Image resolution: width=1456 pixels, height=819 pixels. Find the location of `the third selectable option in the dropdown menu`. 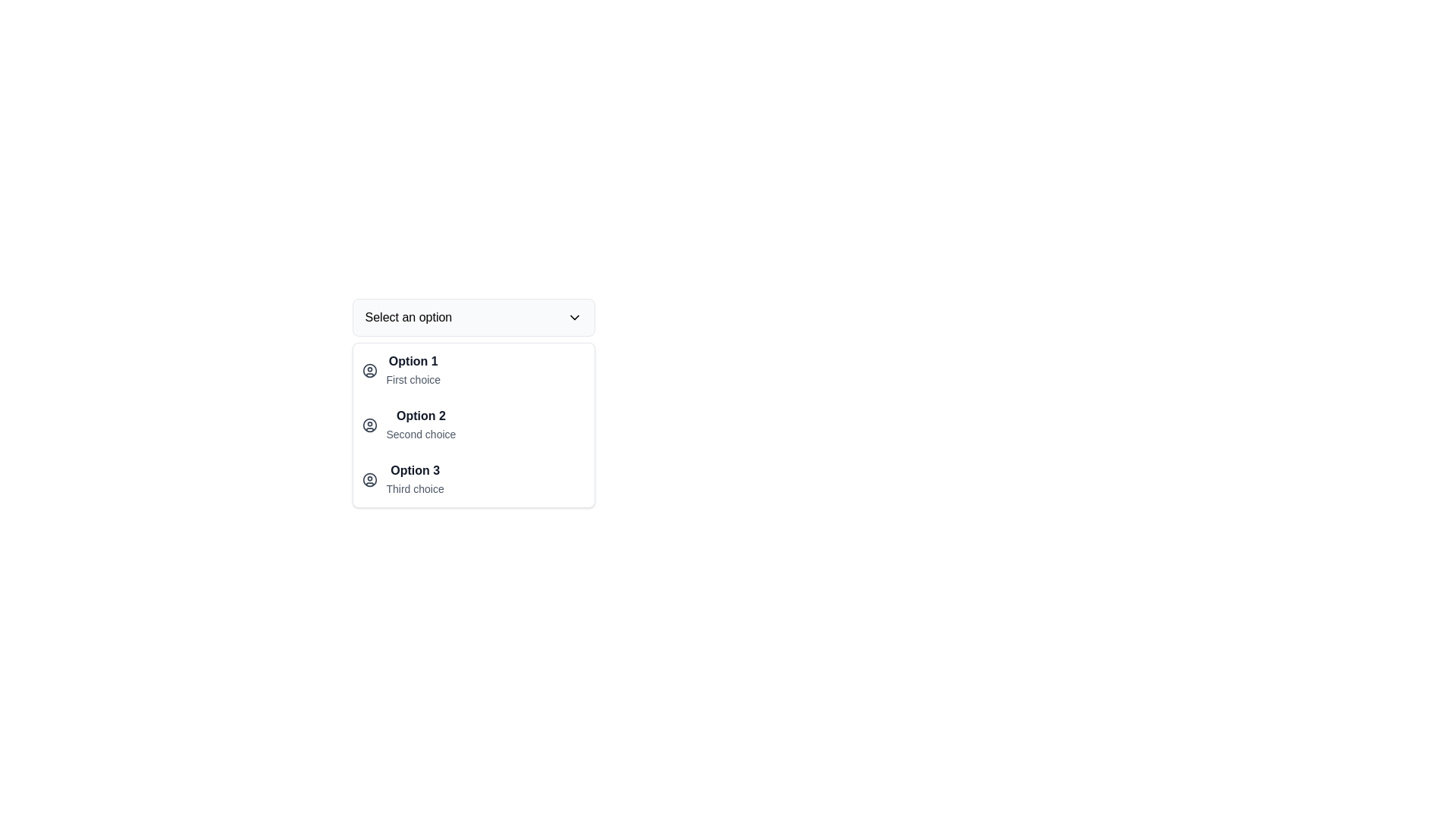

the third selectable option in the dropdown menu is located at coordinates (472, 458).